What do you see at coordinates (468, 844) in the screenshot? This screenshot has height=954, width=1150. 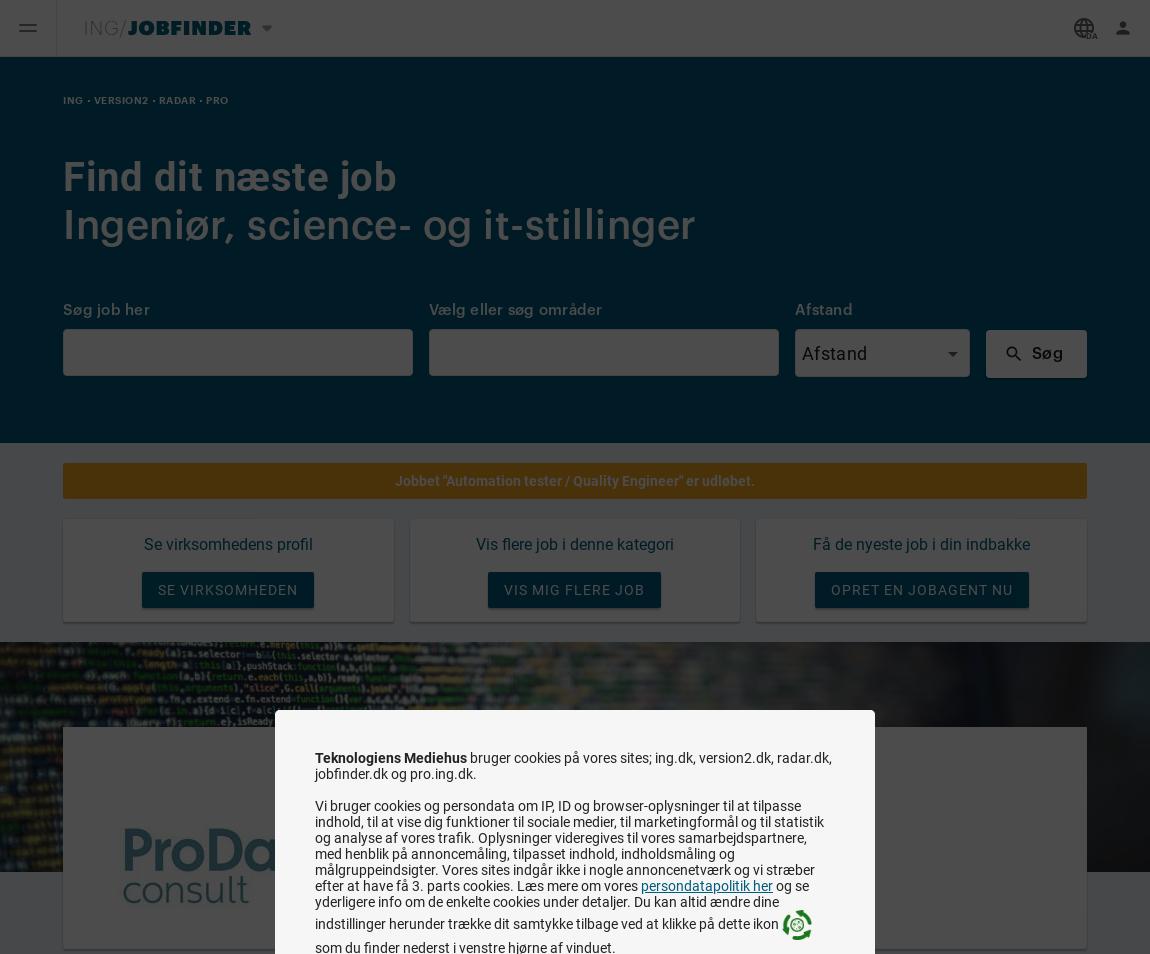 I see `'Arbejdssted'` at bounding box center [468, 844].